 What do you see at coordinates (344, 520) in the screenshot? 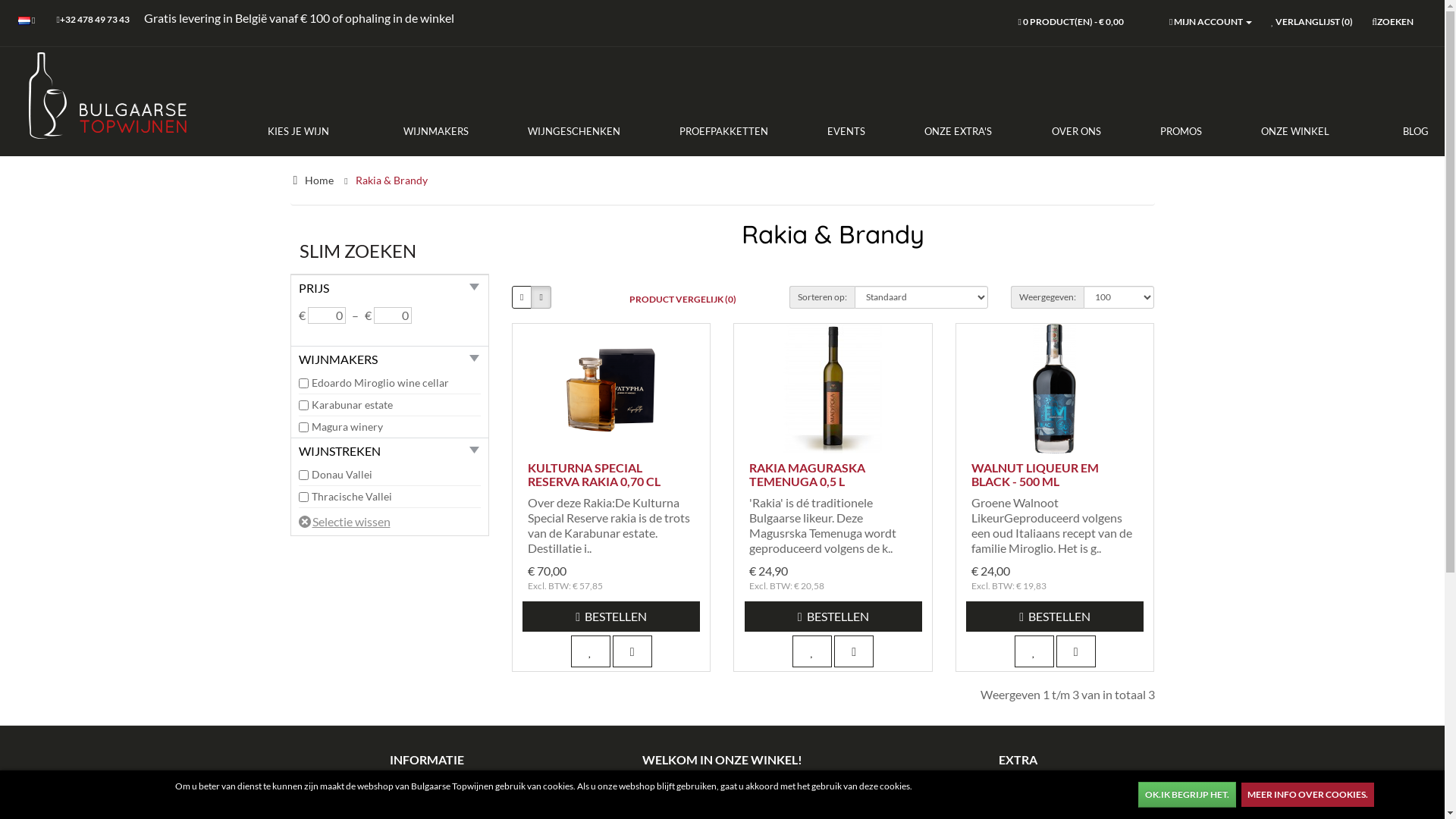
I see `'Selectie wissen'` at bounding box center [344, 520].